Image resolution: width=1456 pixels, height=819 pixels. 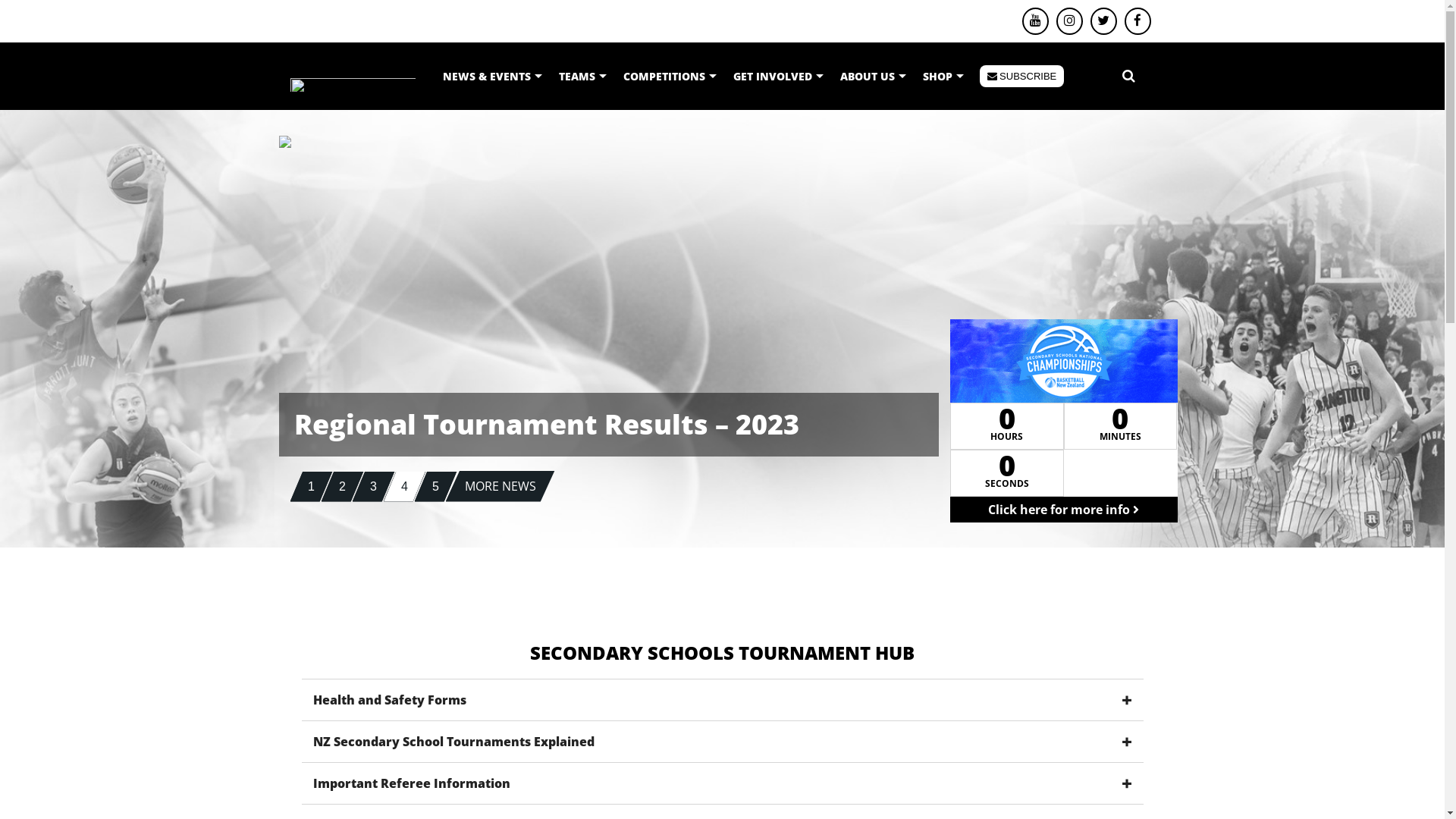 I want to click on 'TEAMS', so click(x=582, y=76).